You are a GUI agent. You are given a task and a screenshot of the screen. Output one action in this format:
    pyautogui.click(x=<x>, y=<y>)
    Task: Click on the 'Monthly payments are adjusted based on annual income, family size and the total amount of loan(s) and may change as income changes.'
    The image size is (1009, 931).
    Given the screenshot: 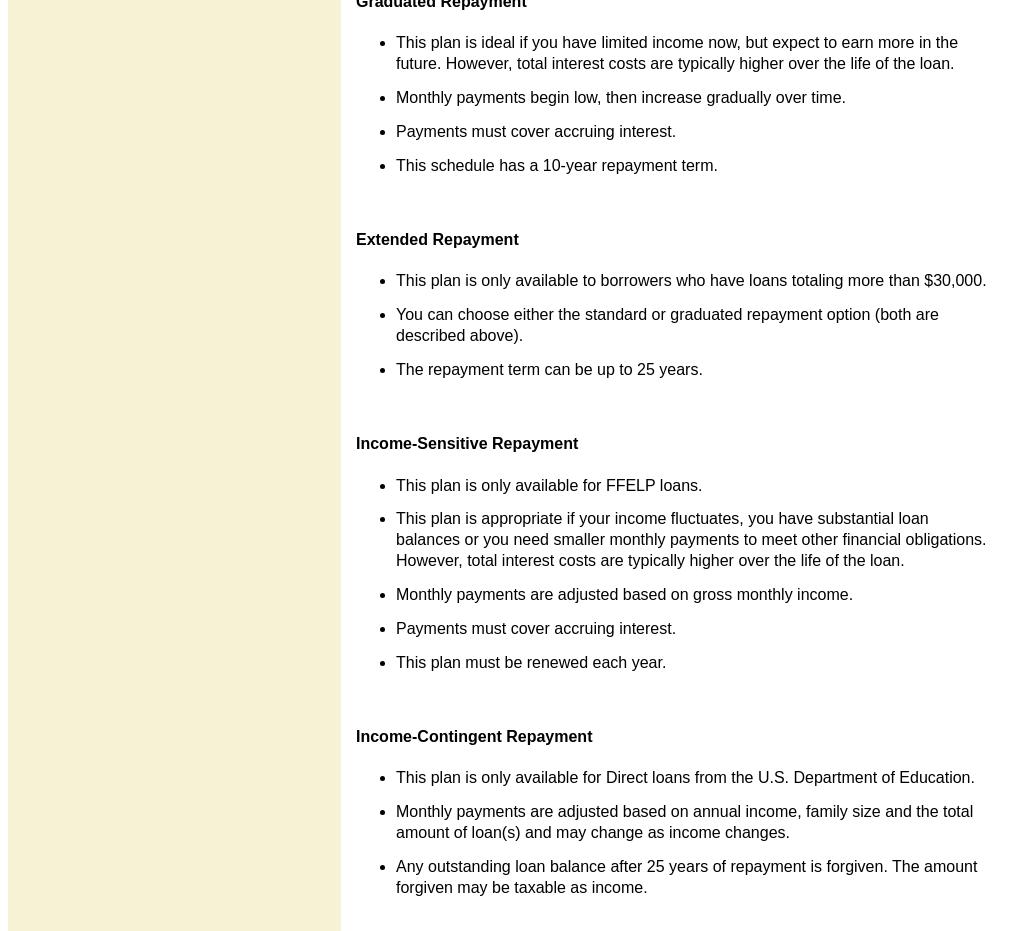 What is the action you would take?
    pyautogui.click(x=684, y=820)
    